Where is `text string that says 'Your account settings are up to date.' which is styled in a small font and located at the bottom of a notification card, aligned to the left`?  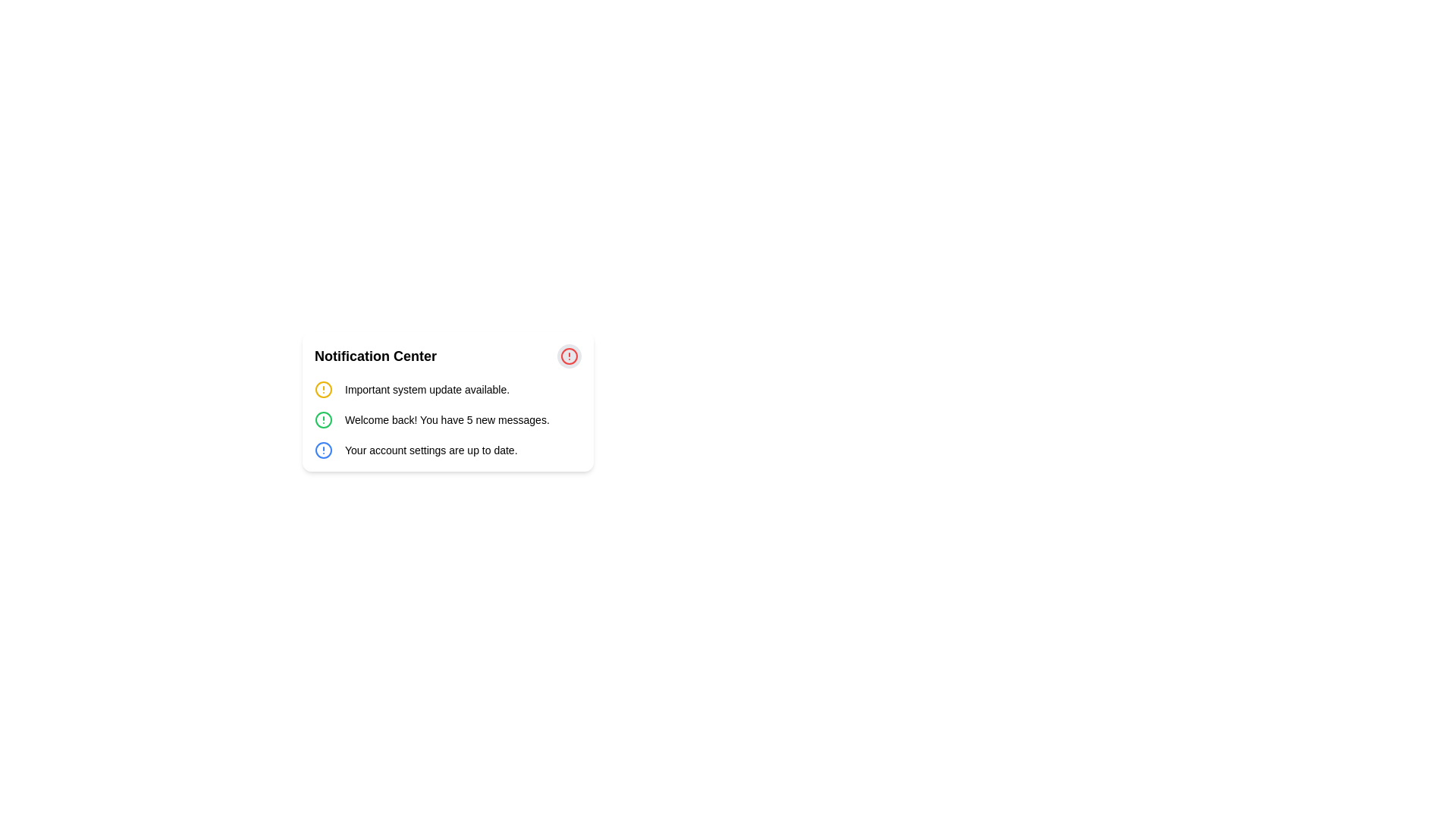 text string that says 'Your account settings are up to date.' which is styled in a small font and located at the bottom of a notification card, aligned to the left is located at coordinates (430, 450).